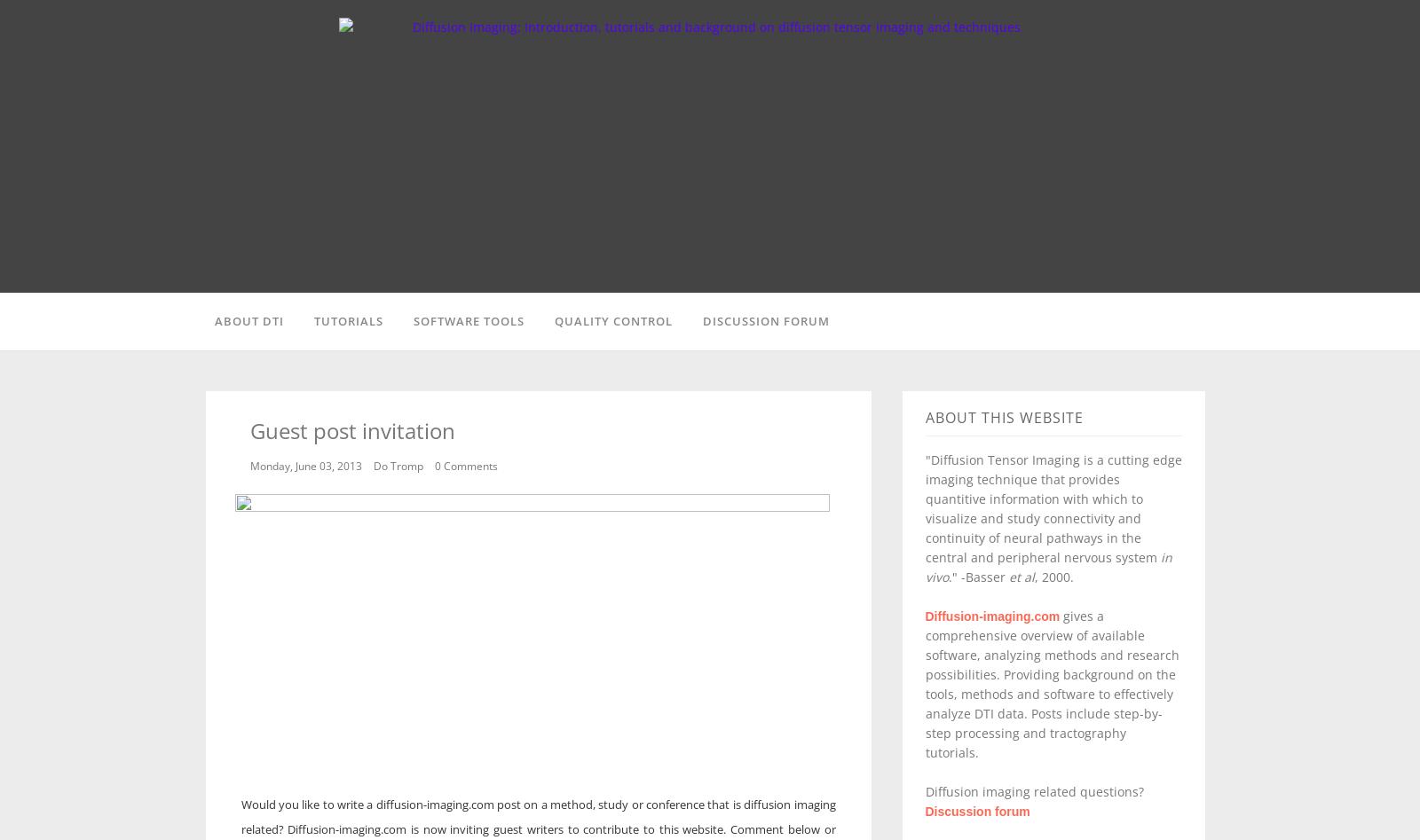 This screenshot has height=840, width=1420. What do you see at coordinates (248, 465) in the screenshot?
I see `'Monday, June 03, 2013'` at bounding box center [248, 465].